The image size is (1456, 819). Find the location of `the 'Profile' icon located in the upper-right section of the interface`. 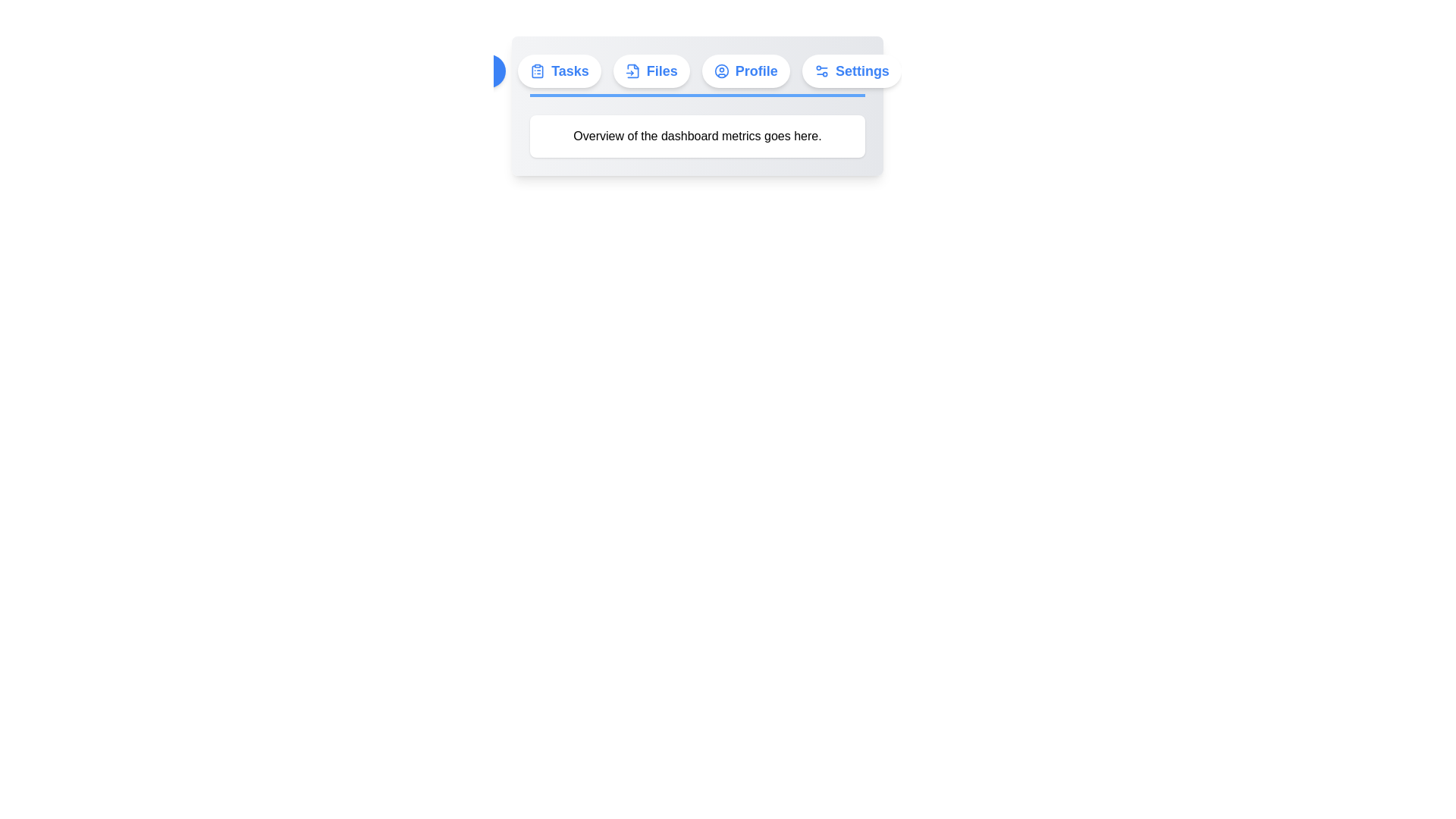

the 'Profile' icon located in the upper-right section of the interface is located at coordinates (720, 71).